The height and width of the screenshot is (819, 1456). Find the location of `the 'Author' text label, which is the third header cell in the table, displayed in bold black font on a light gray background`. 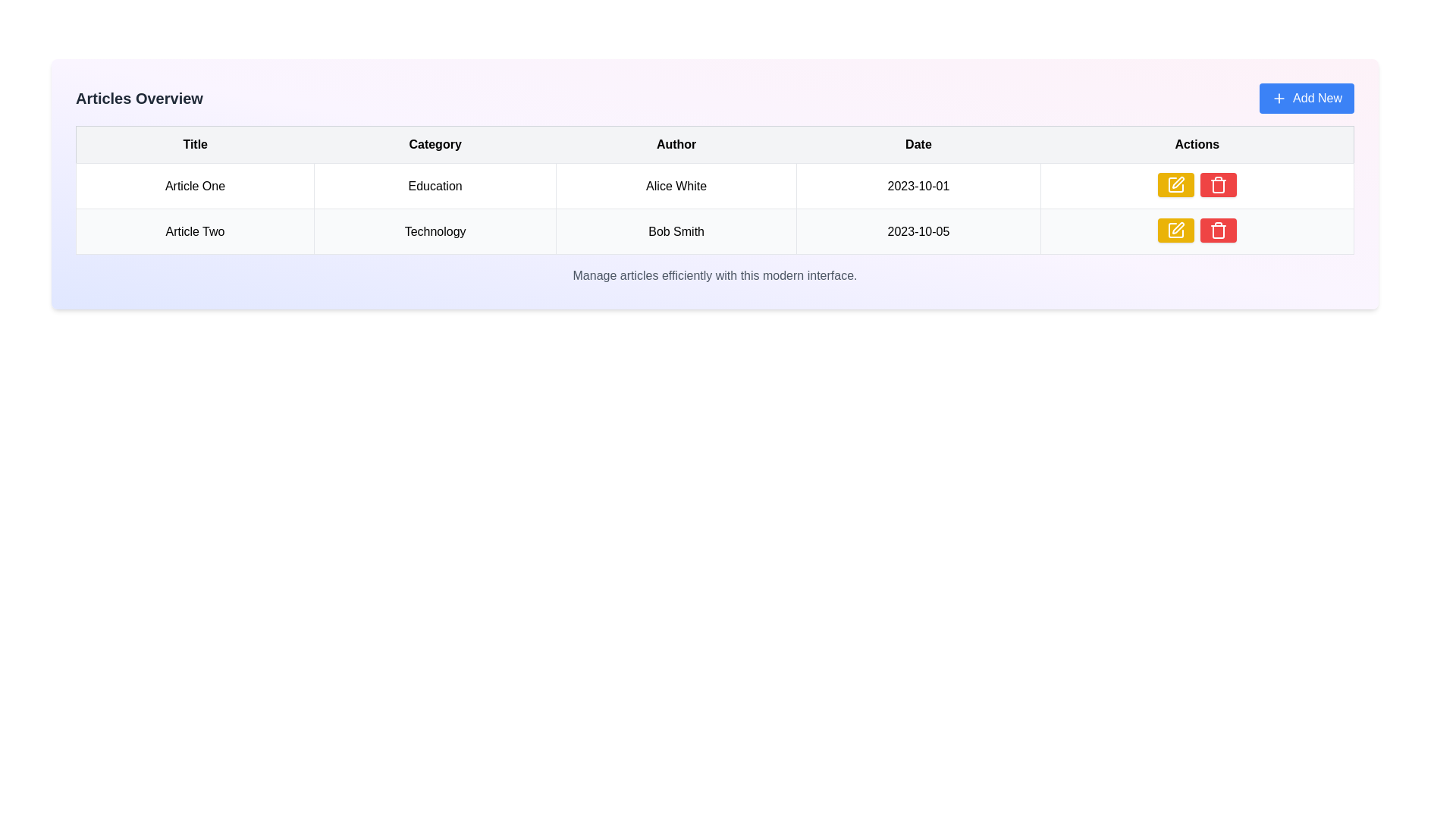

the 'Author' text label, which is the third header cell in the table, displayed in bold black font on a light gray background is located at coordinates (676, 145).